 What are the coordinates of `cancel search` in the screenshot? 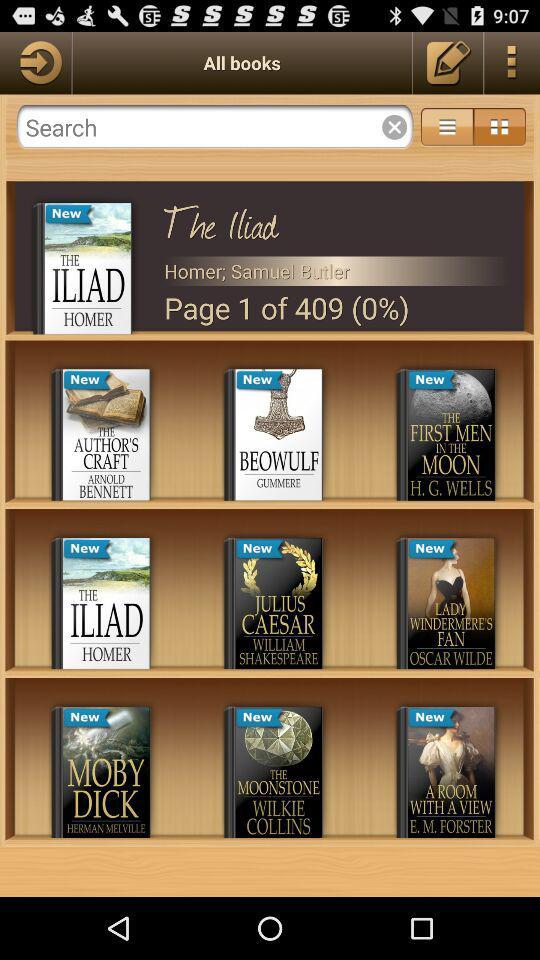 It's located at (394, 126).